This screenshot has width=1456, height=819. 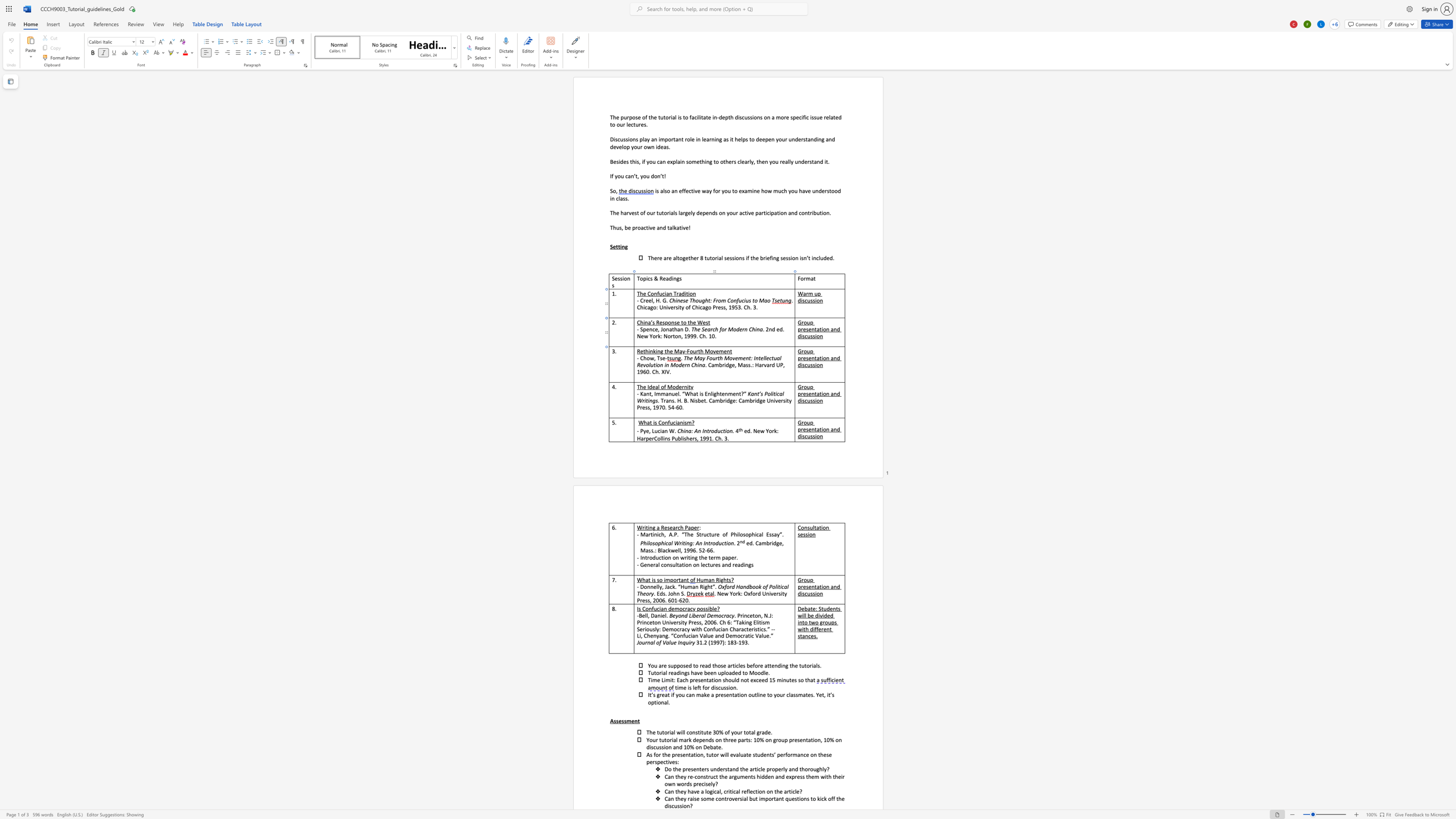 What do you see at coordinates (665, 358) in the screenshot?
I see `the space between the continuous character "e" and "-" in the text` at bounding box center [665, 358].